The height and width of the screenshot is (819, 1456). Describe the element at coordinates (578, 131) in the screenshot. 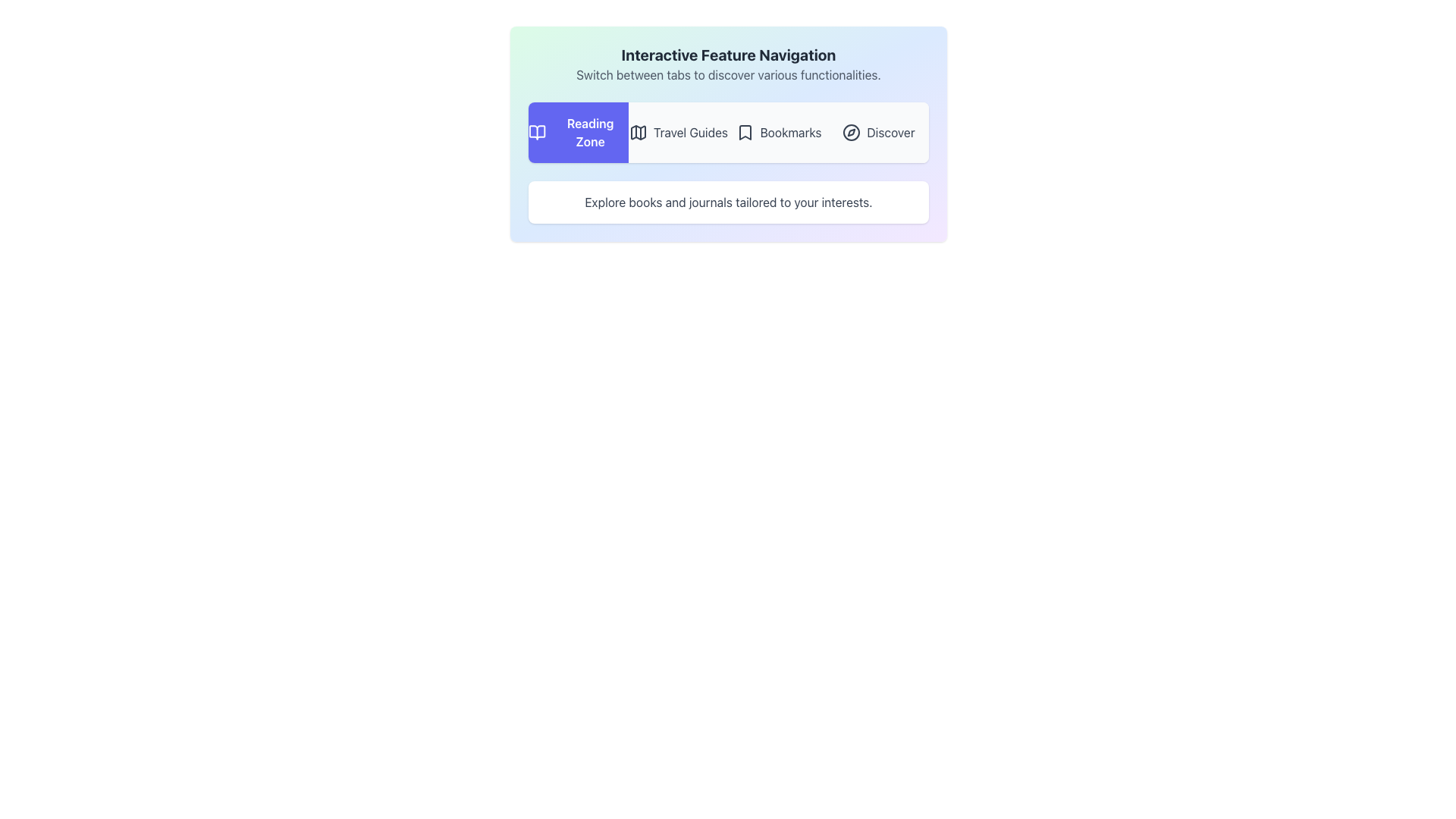

I see `the first button on the left in the horizontal row` at that location.